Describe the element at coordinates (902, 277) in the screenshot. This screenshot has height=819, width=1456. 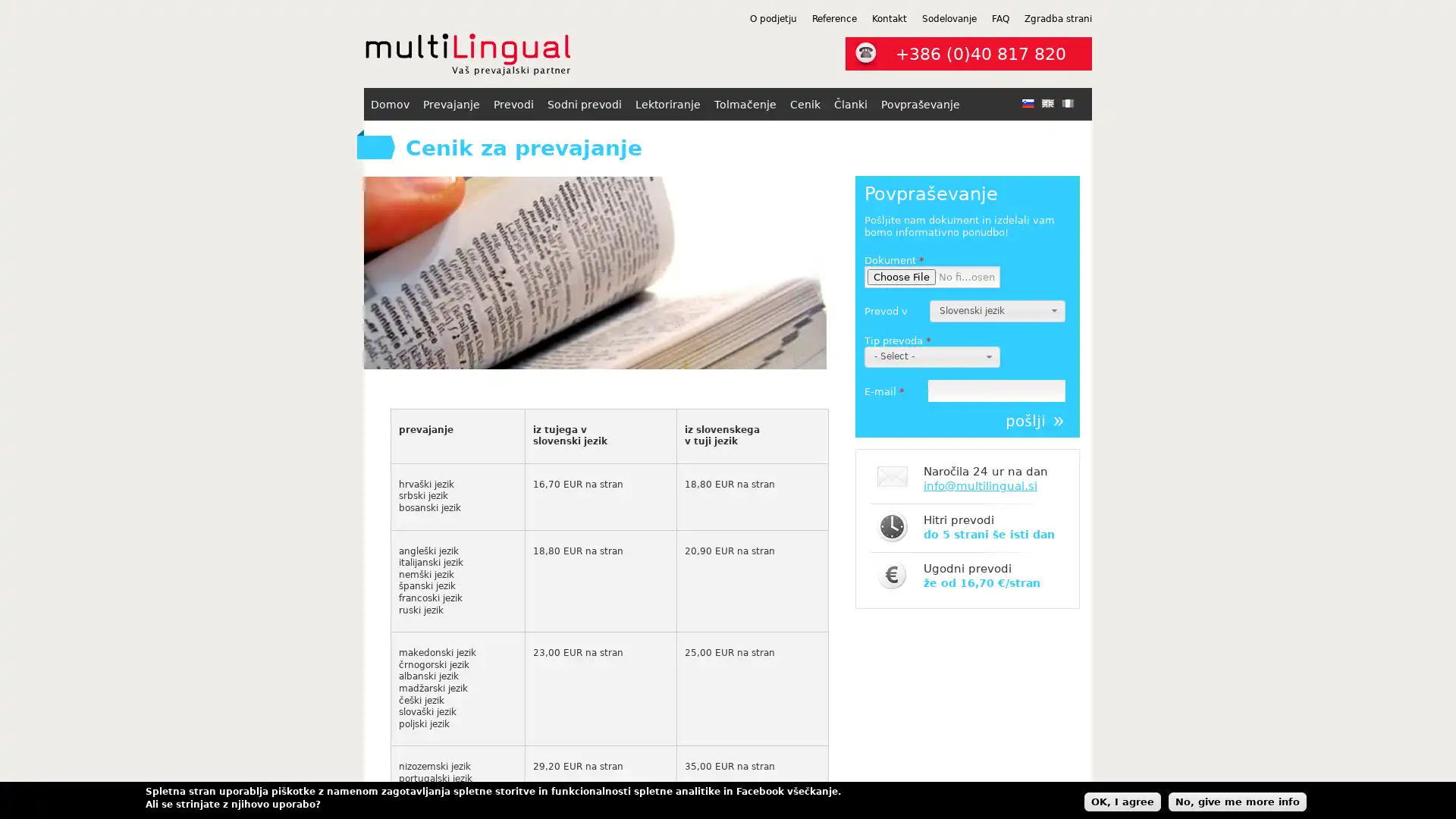
I see `Choose File` at that location.